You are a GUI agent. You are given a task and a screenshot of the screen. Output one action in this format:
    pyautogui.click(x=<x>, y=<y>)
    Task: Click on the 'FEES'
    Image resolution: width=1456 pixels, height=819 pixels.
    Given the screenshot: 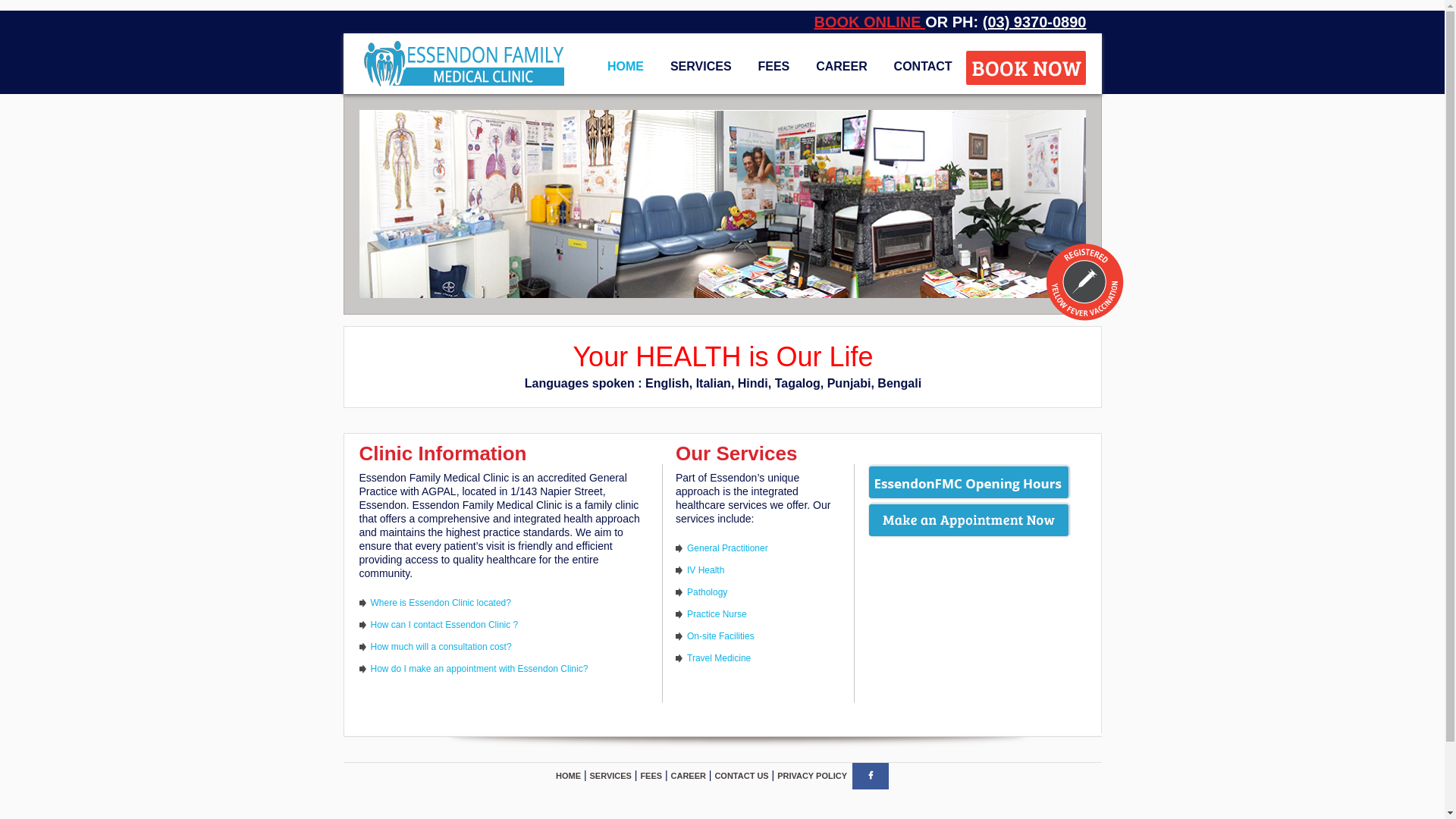 What is the action you would take?
    pyautogui.click(x=773, y=65)
    